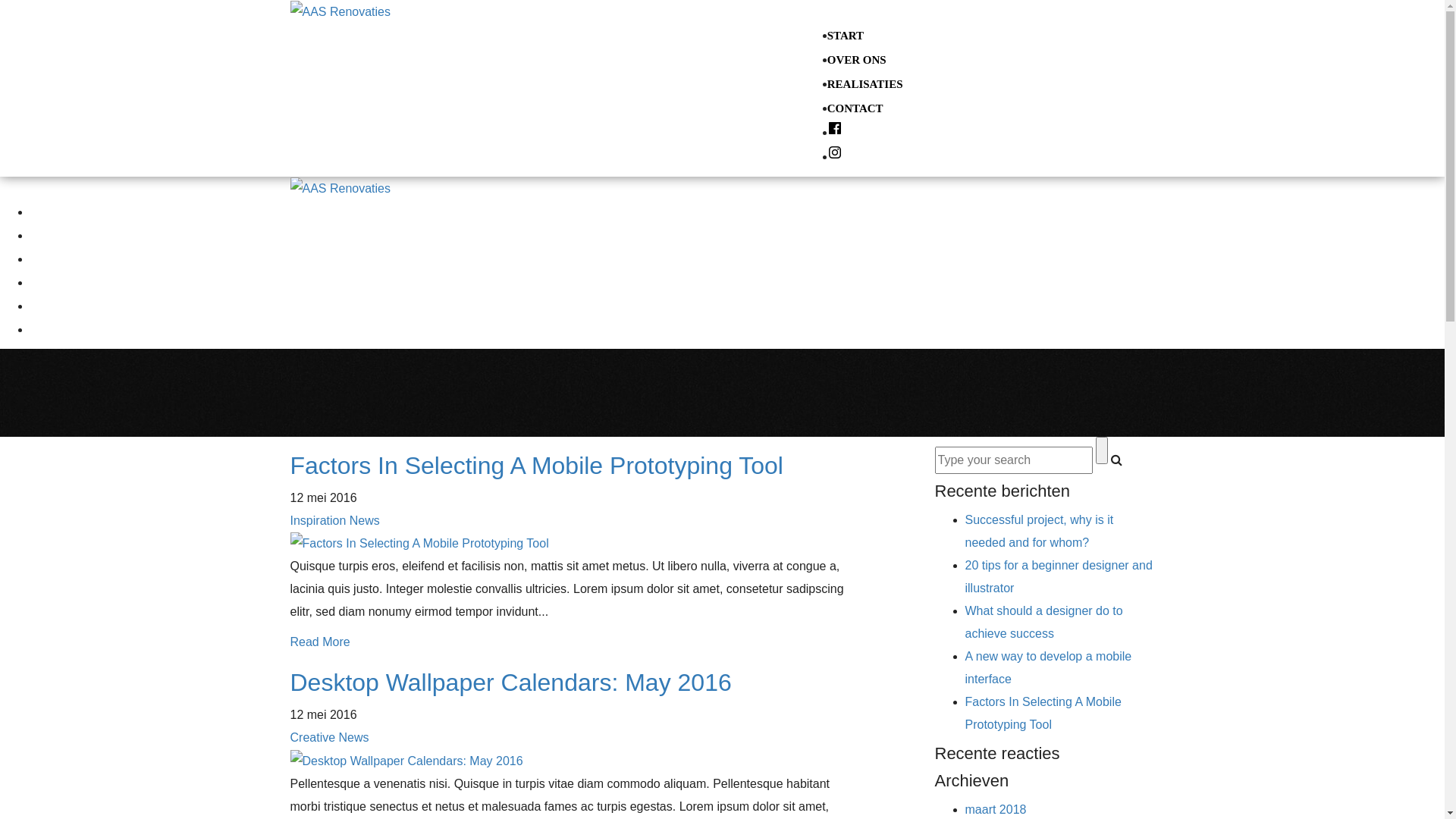 The height and width of the screenshot is (819, 1456). Describe the element at coordinates (353, 736) in the screenshot. I see `'News'` at that location.